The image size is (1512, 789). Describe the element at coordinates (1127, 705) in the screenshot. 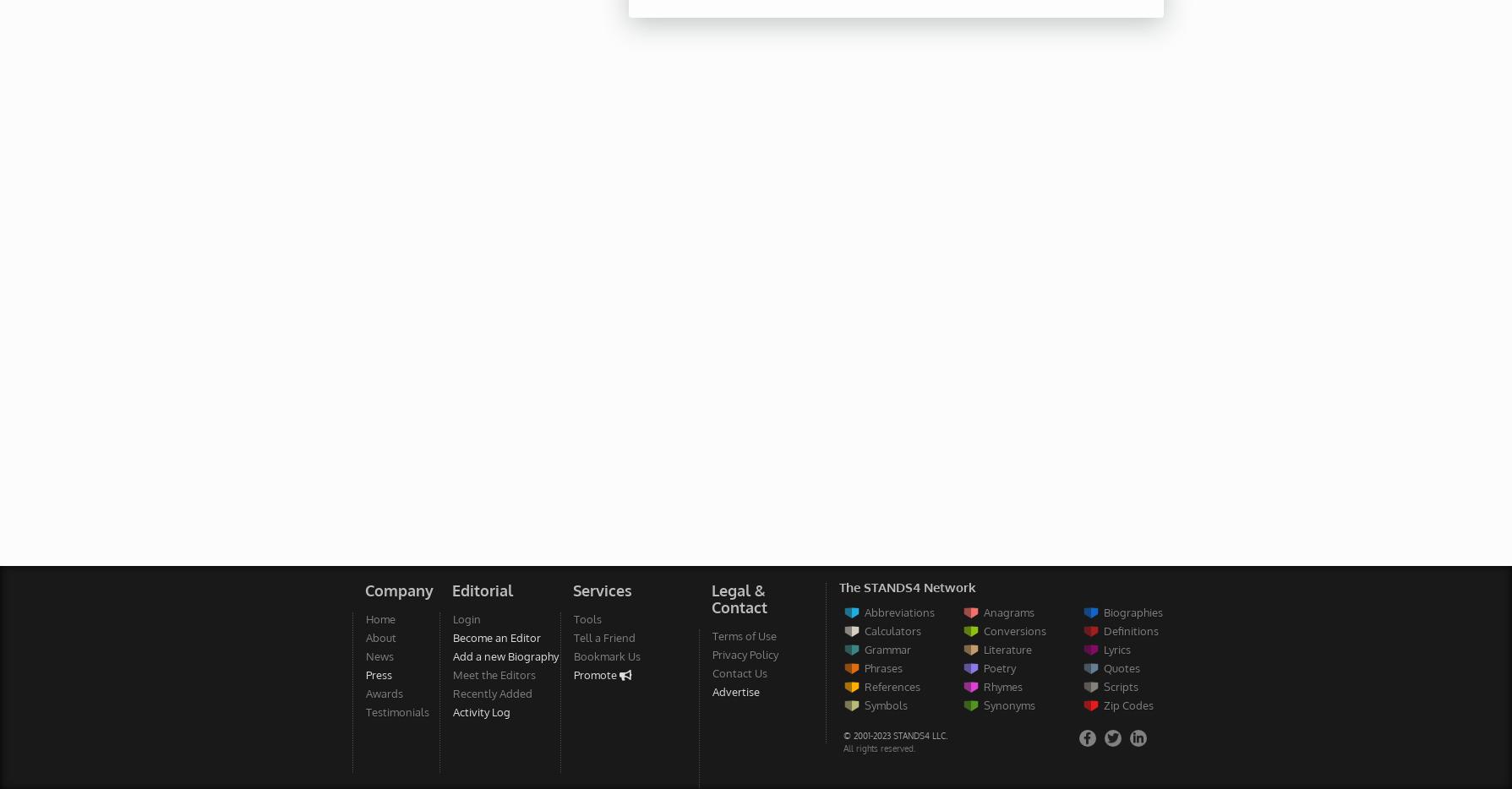

I see `'Zip Codes'` at that location.